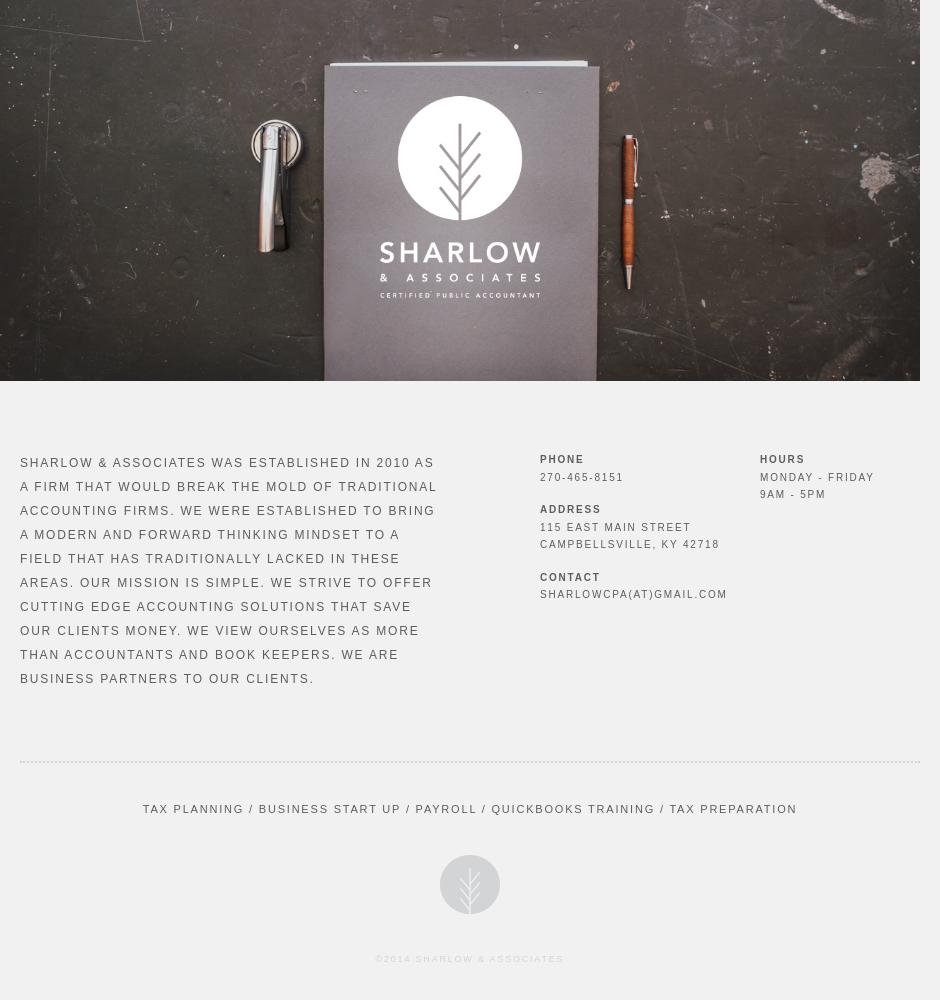 The image size is (940, 1000). What do you see at coordinates (781, 458) in the screenshot?
I see `'Hours'` at bounding box center [781, 458].